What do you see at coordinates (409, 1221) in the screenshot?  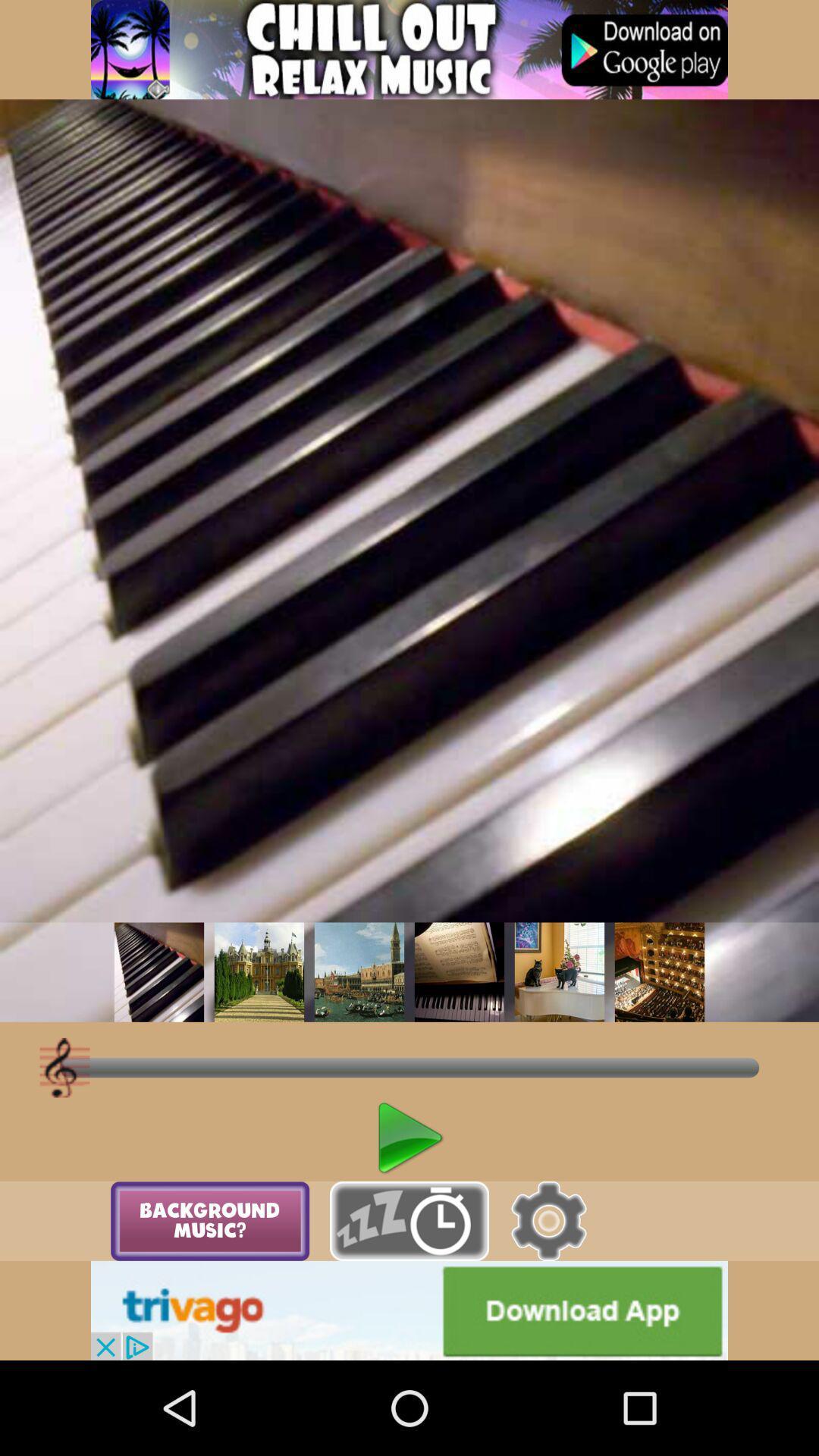 I see `alarm option` at bounding box center [409, 1221].